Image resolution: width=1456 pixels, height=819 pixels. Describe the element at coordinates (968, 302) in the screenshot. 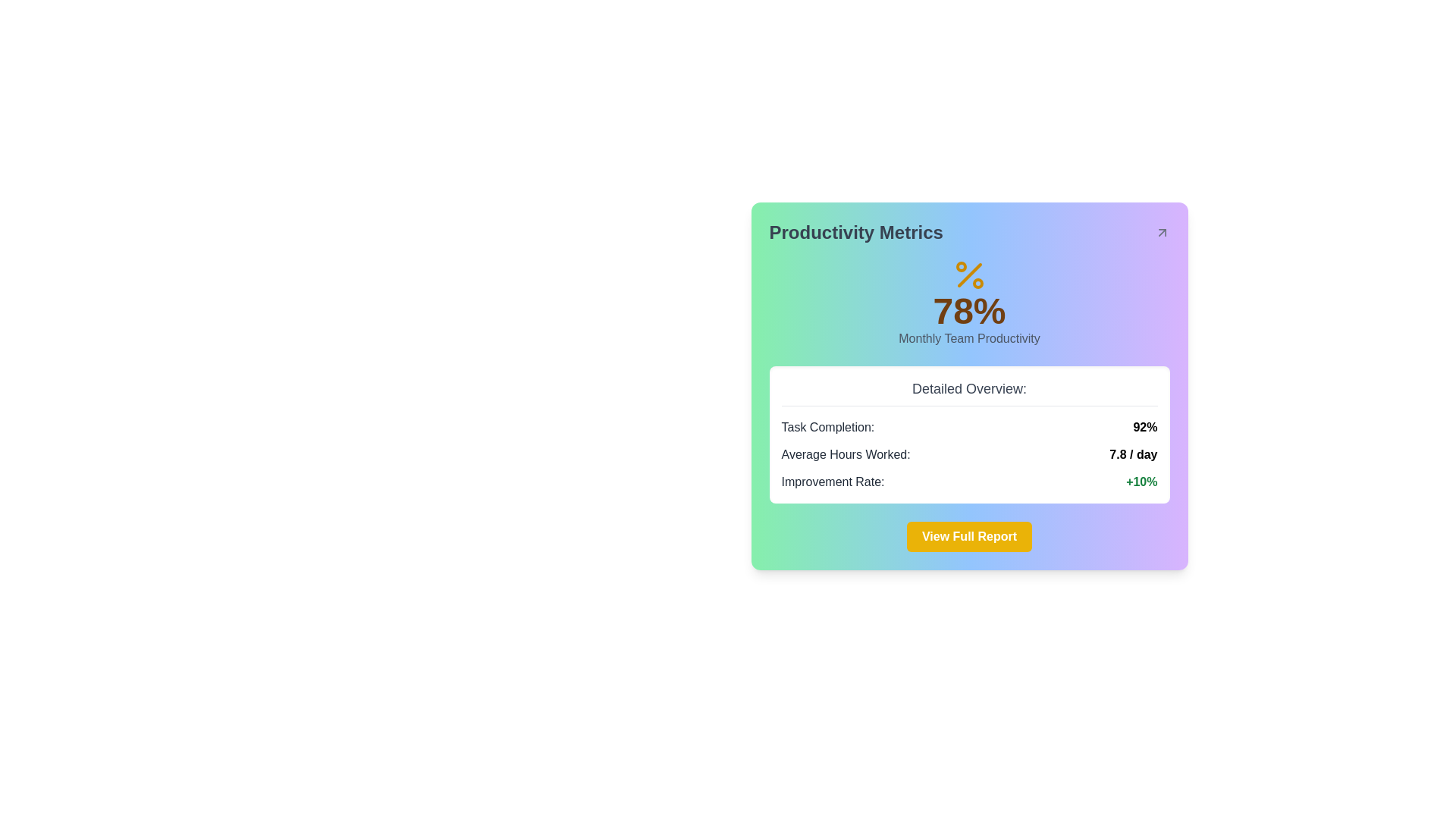

I see `the 'Monthly Team Productivity' informational block that displays a value of '78%'` at that location.